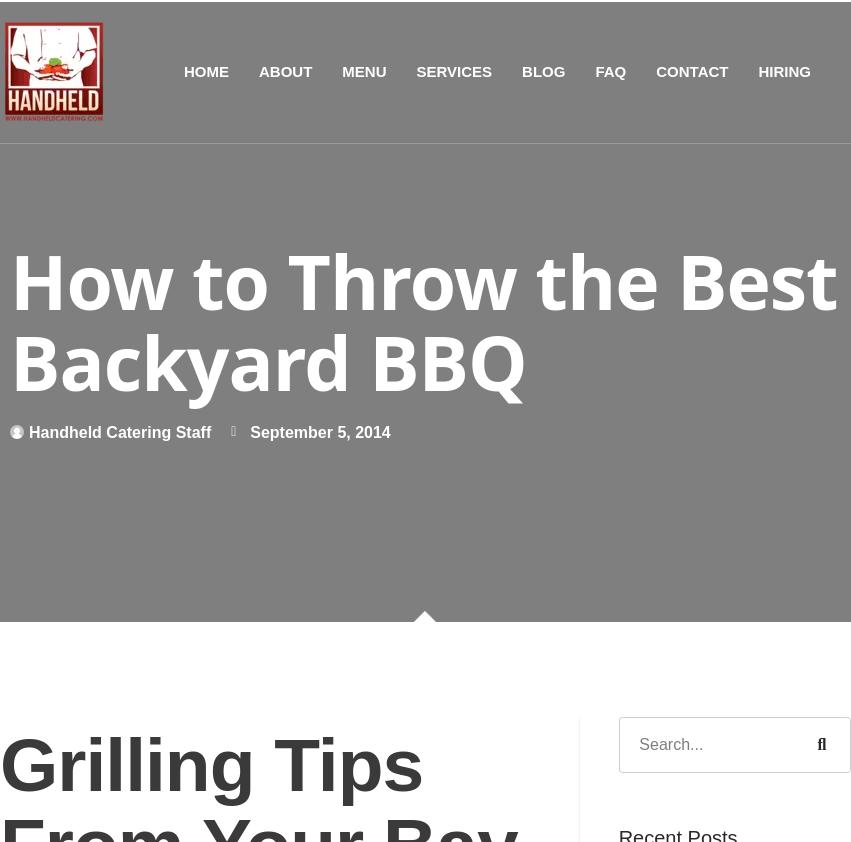  What do you see at coordinates (414, 69) in the screenshot?
I see `'SERVICES'` at bounding box center [414, 69].